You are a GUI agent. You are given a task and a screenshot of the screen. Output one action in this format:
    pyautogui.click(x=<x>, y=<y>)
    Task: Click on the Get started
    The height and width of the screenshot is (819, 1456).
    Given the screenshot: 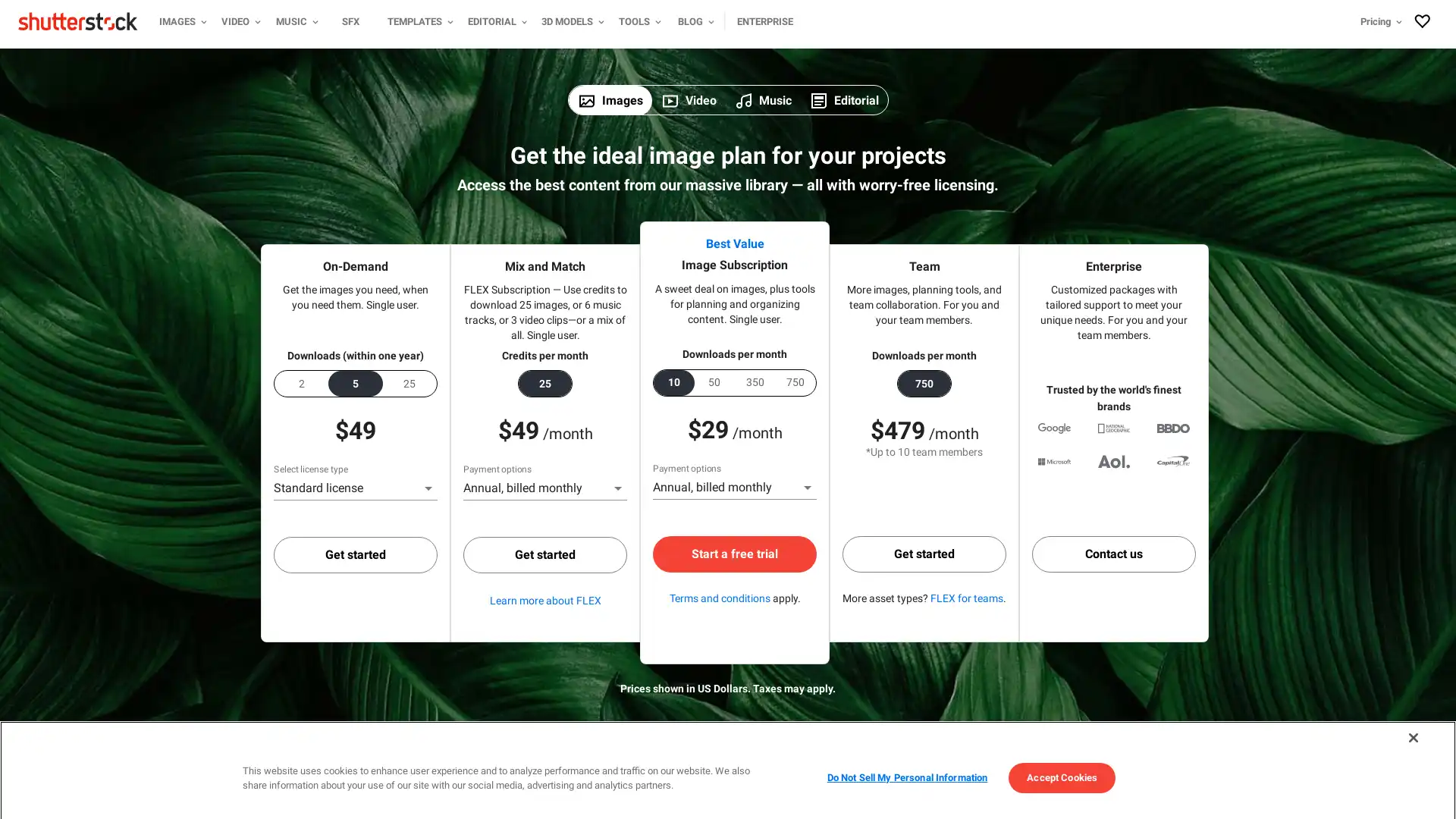 What is the action you would take?
    pyautogui.click(x=355, y=555)
    